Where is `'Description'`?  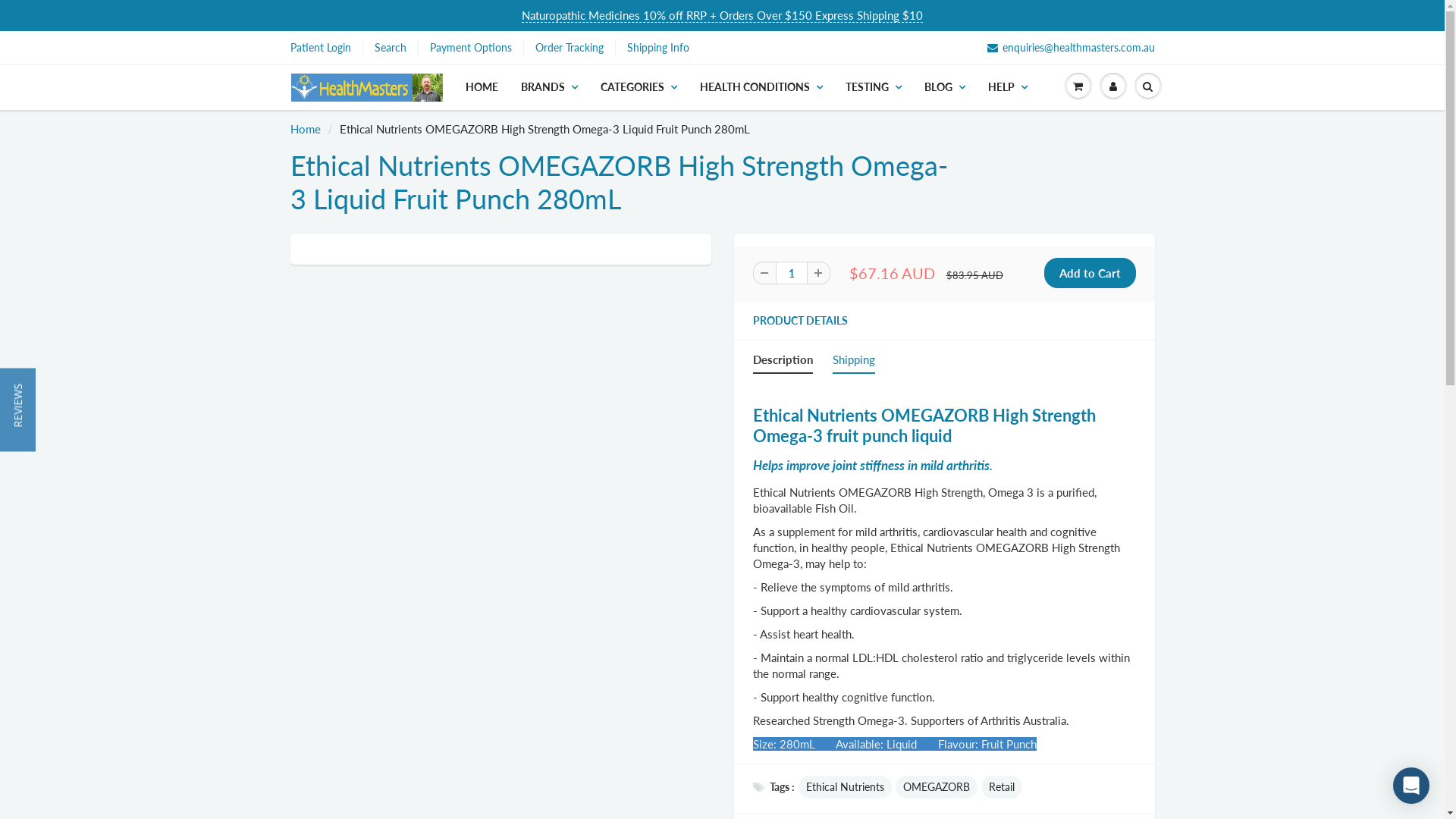
'Description' is located at coordinates (782, 362).